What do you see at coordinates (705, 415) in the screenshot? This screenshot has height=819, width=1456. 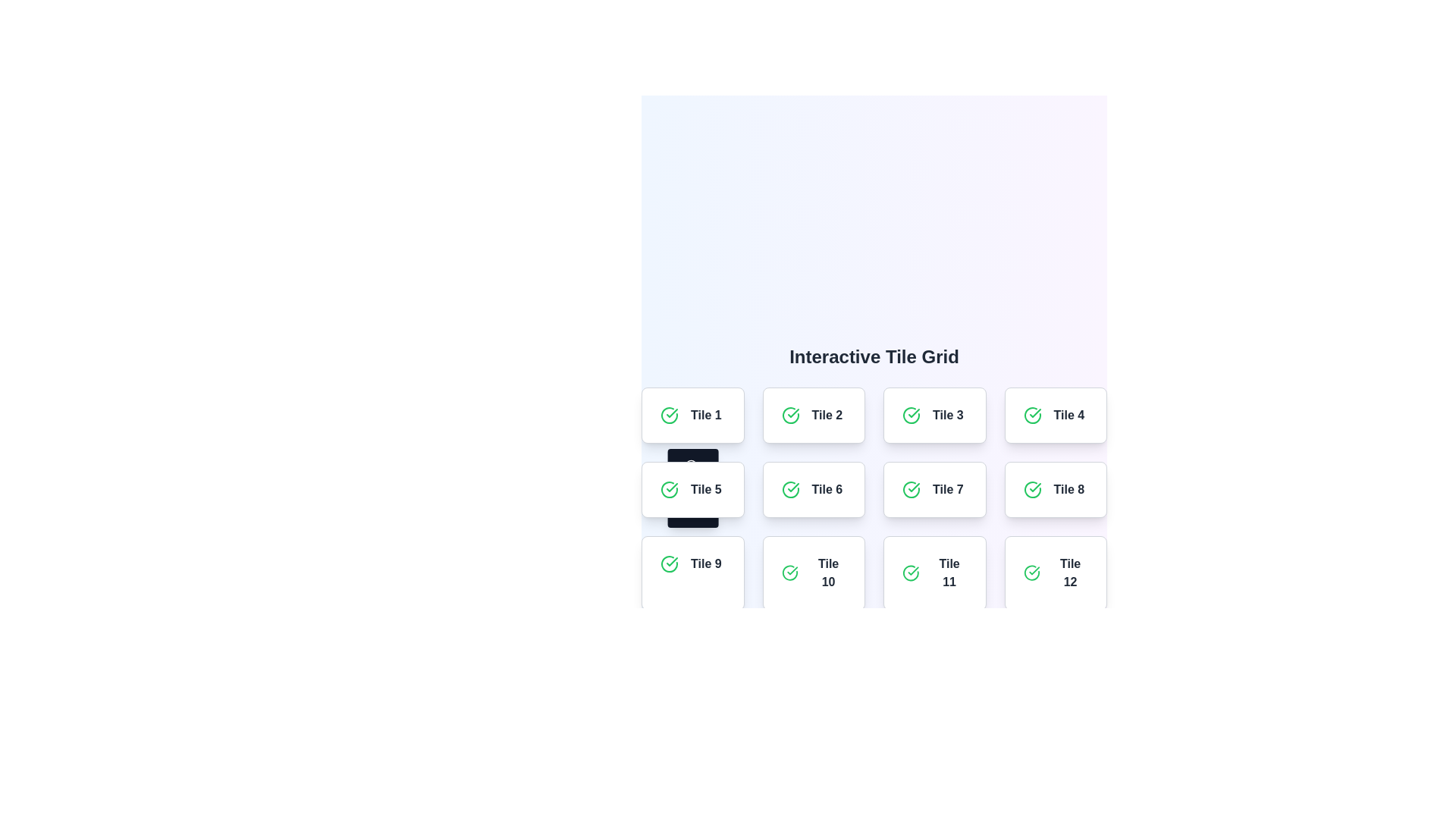 I see `text of the 'Tile 1' label located at the top-left corner of the tile grid, which is displayed in bold black font` at bounding box center [705, 415].